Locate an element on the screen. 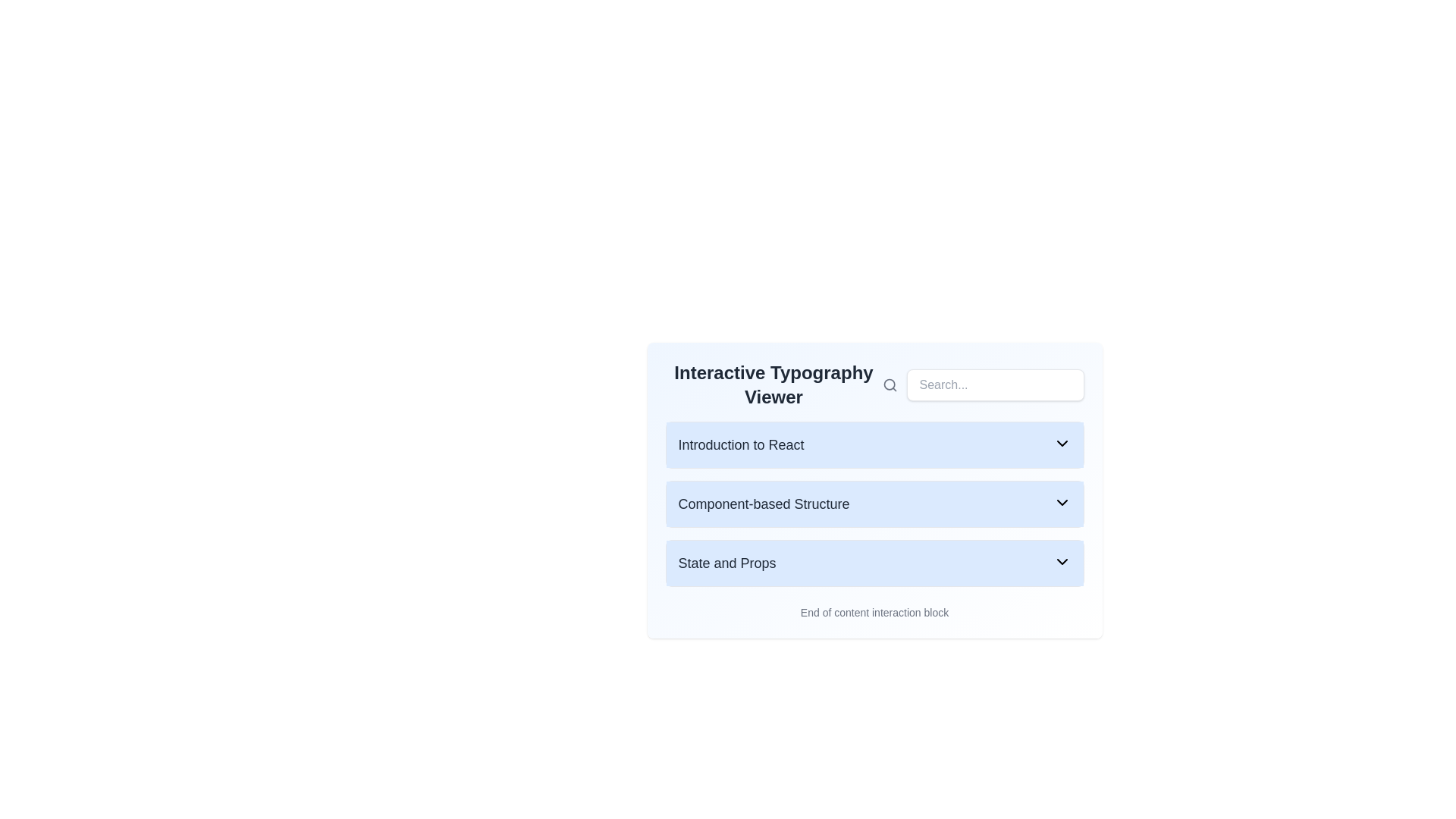 The width and height of the screenshot is (1456, 819). the search icon styled as a magnifying glass located to the left of the search input box is located at coordinates (890, 384).